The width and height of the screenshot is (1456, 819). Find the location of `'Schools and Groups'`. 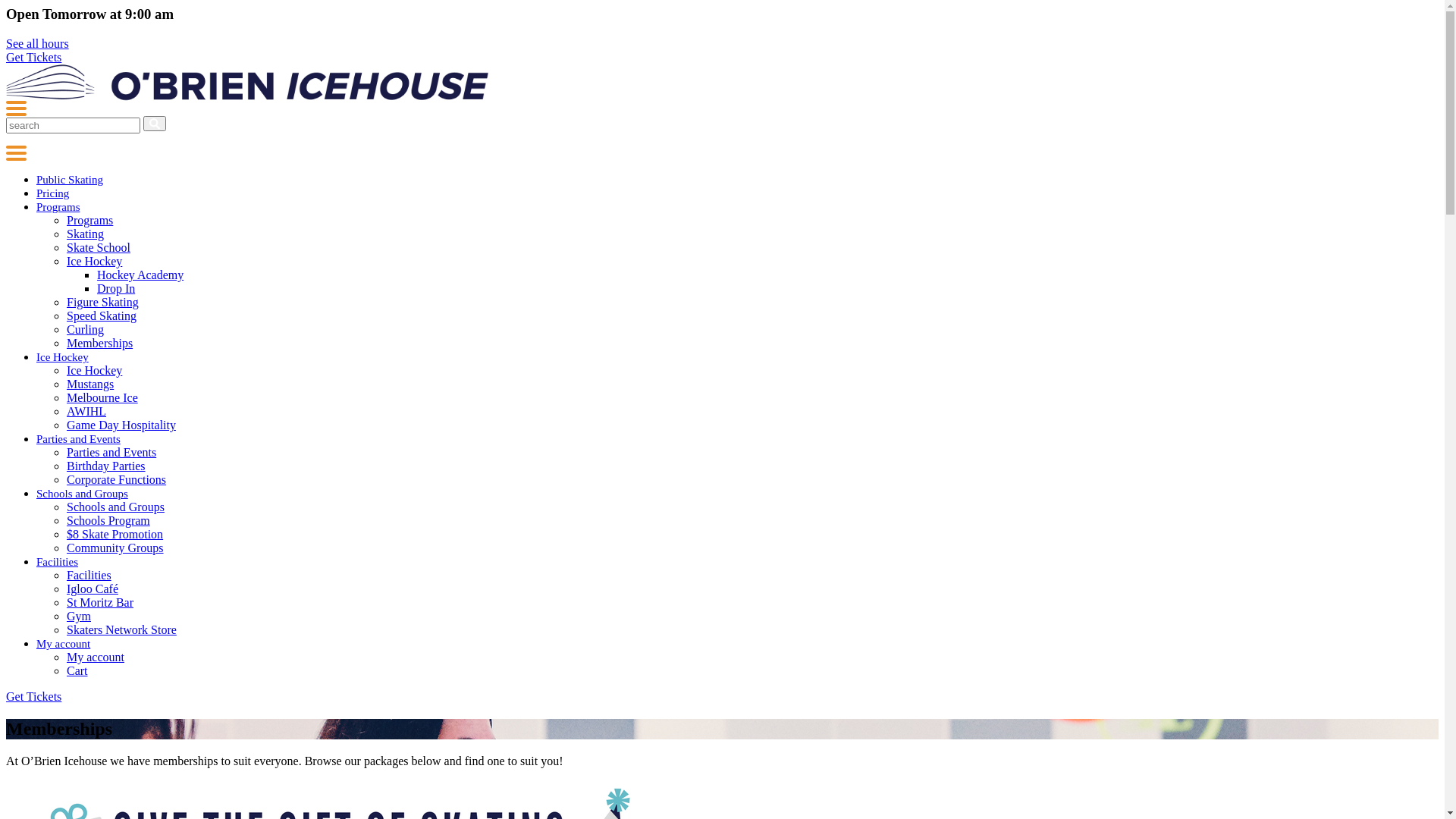

'Schools and Groups' is located at coordinates (65, 507).